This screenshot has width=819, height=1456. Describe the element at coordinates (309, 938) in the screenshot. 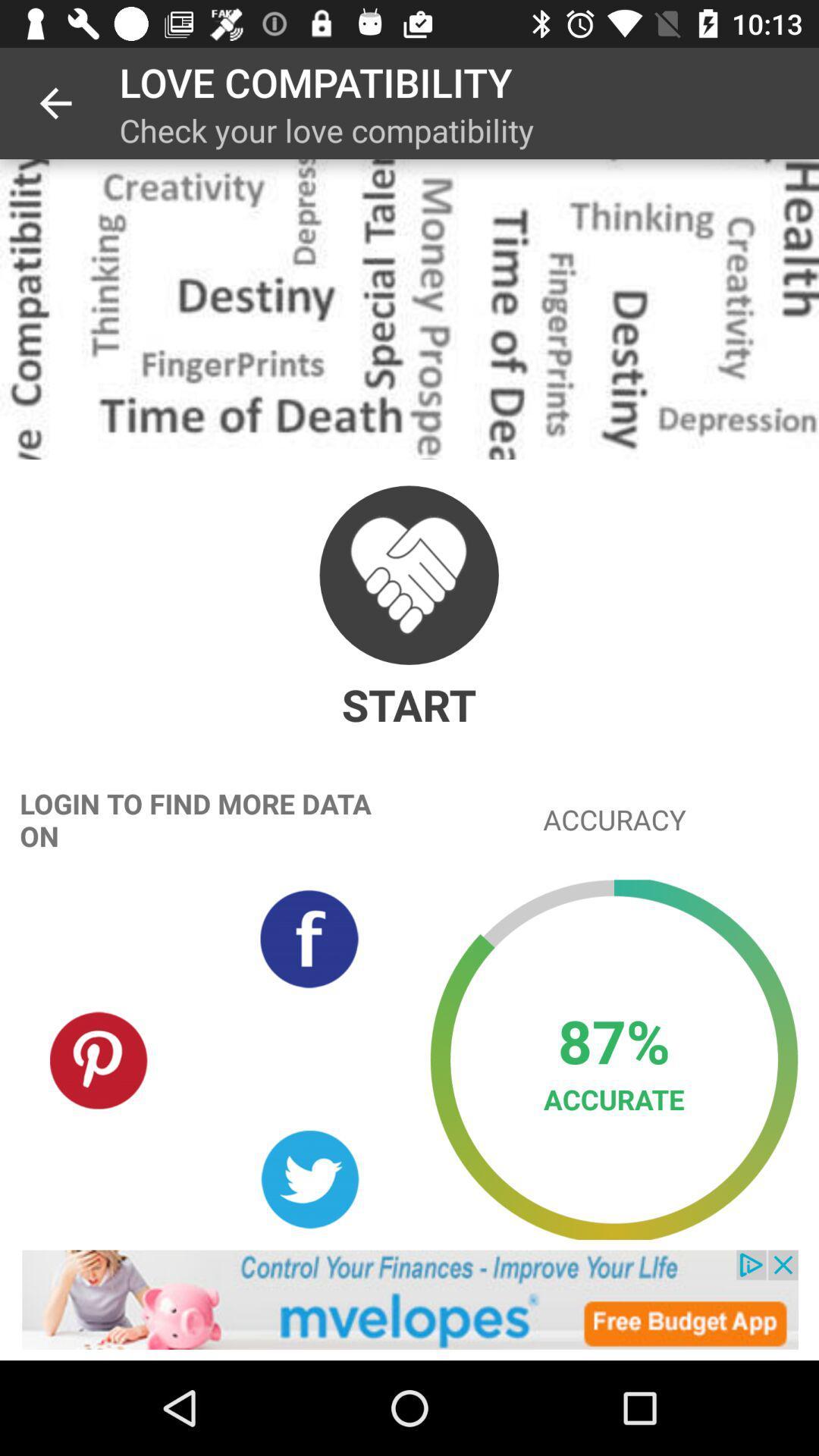

I see `facebook` at that location.